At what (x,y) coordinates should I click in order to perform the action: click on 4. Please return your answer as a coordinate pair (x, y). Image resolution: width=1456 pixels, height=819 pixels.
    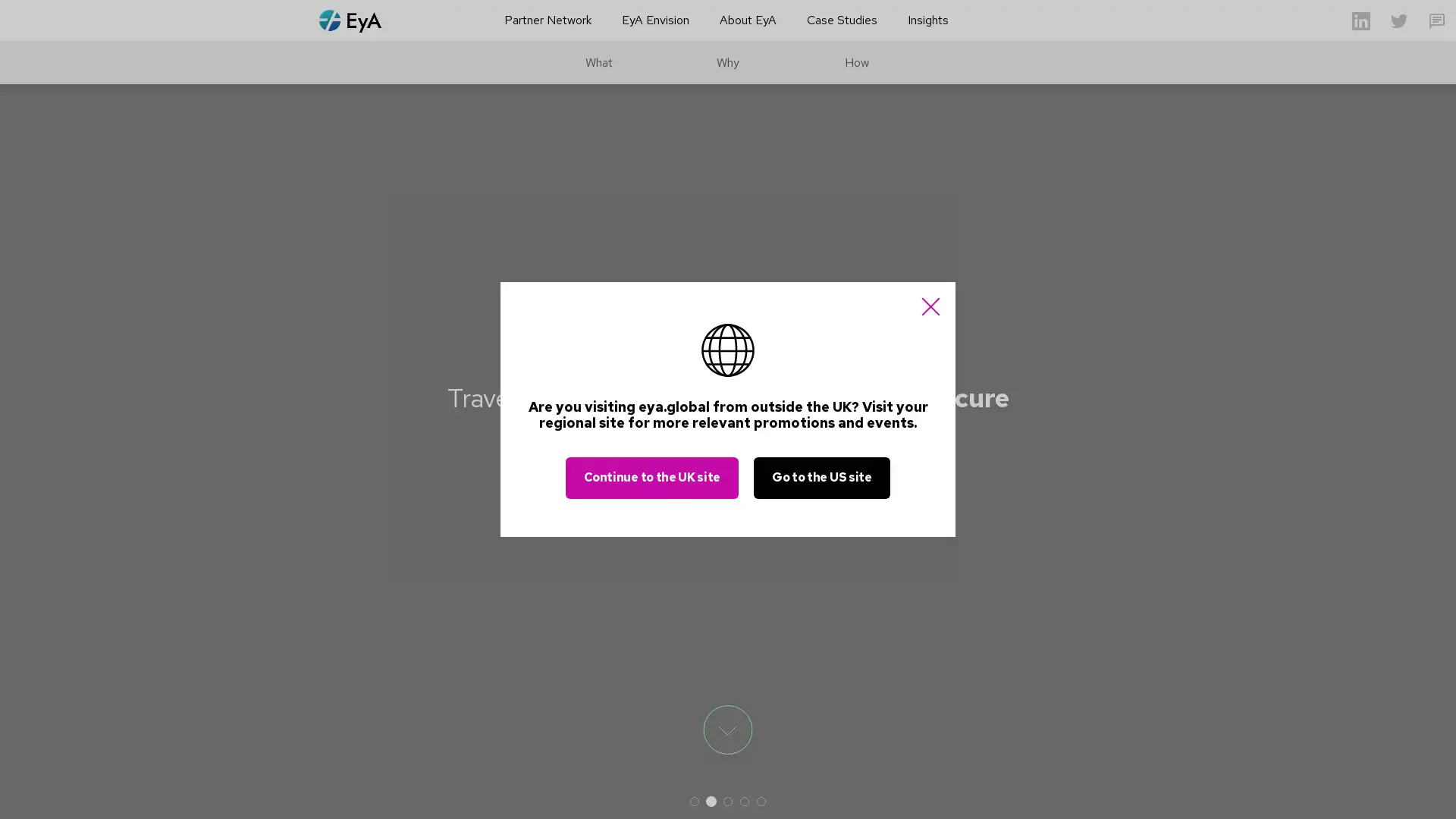
    Looking at the image, I should click on (745, 800).